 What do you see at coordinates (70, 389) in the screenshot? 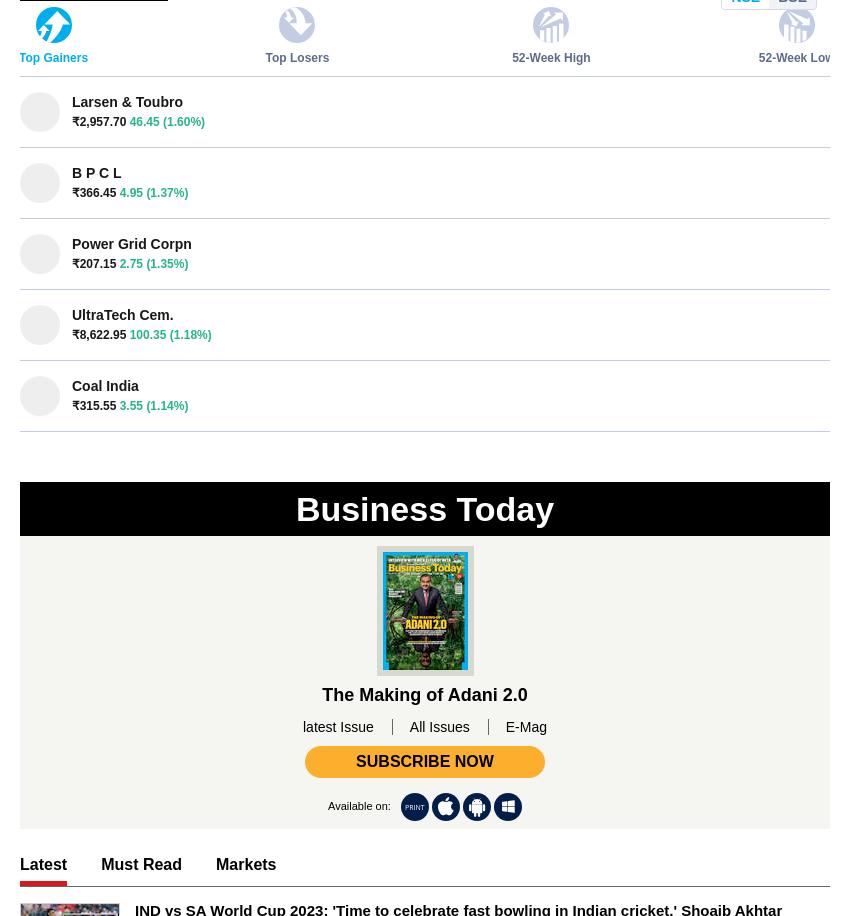
I see `'Cover Story'` at bounding box center [70, 389].